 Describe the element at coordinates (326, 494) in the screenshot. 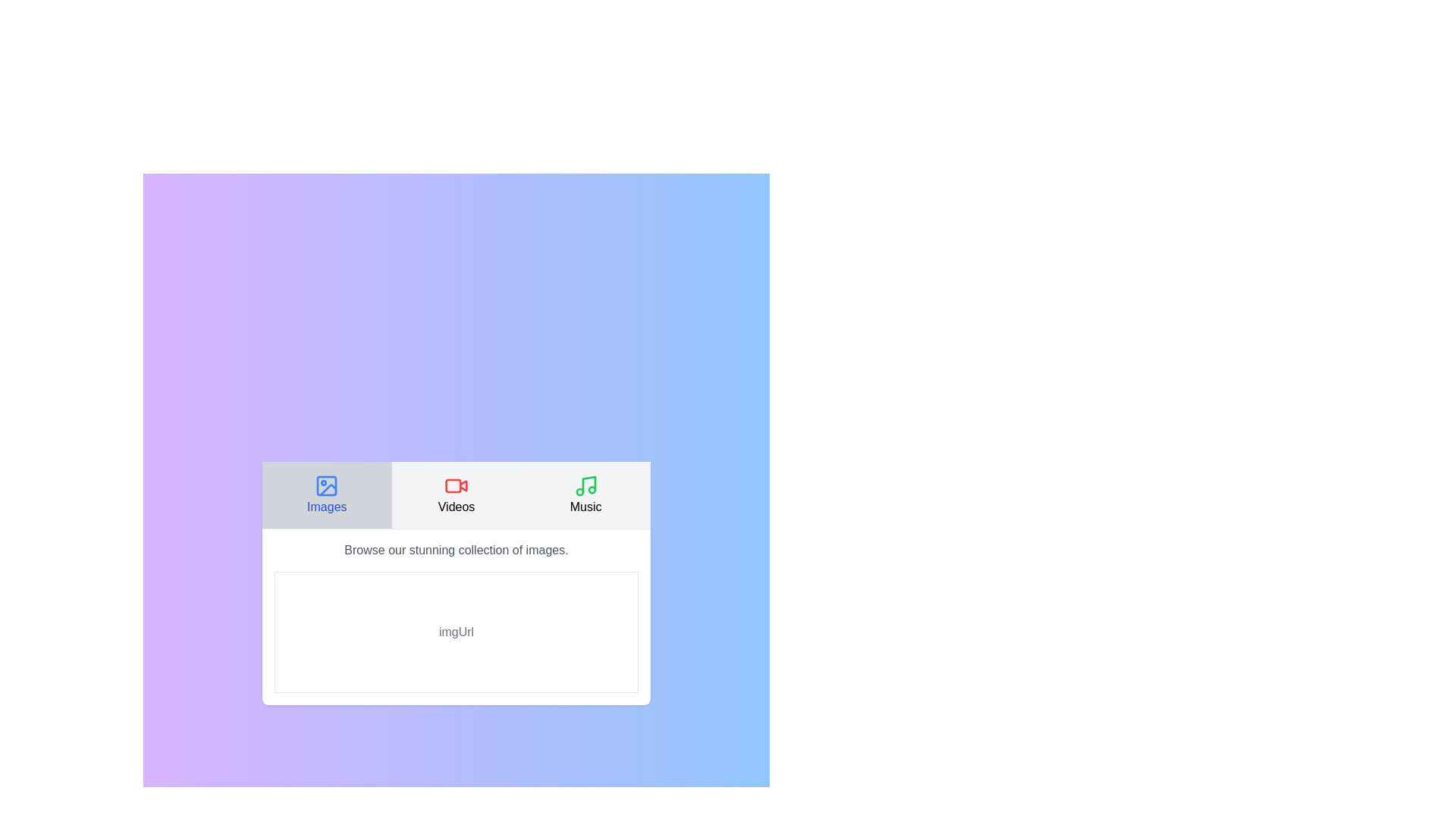

I see `the Images tab to switch to its content` at that location.